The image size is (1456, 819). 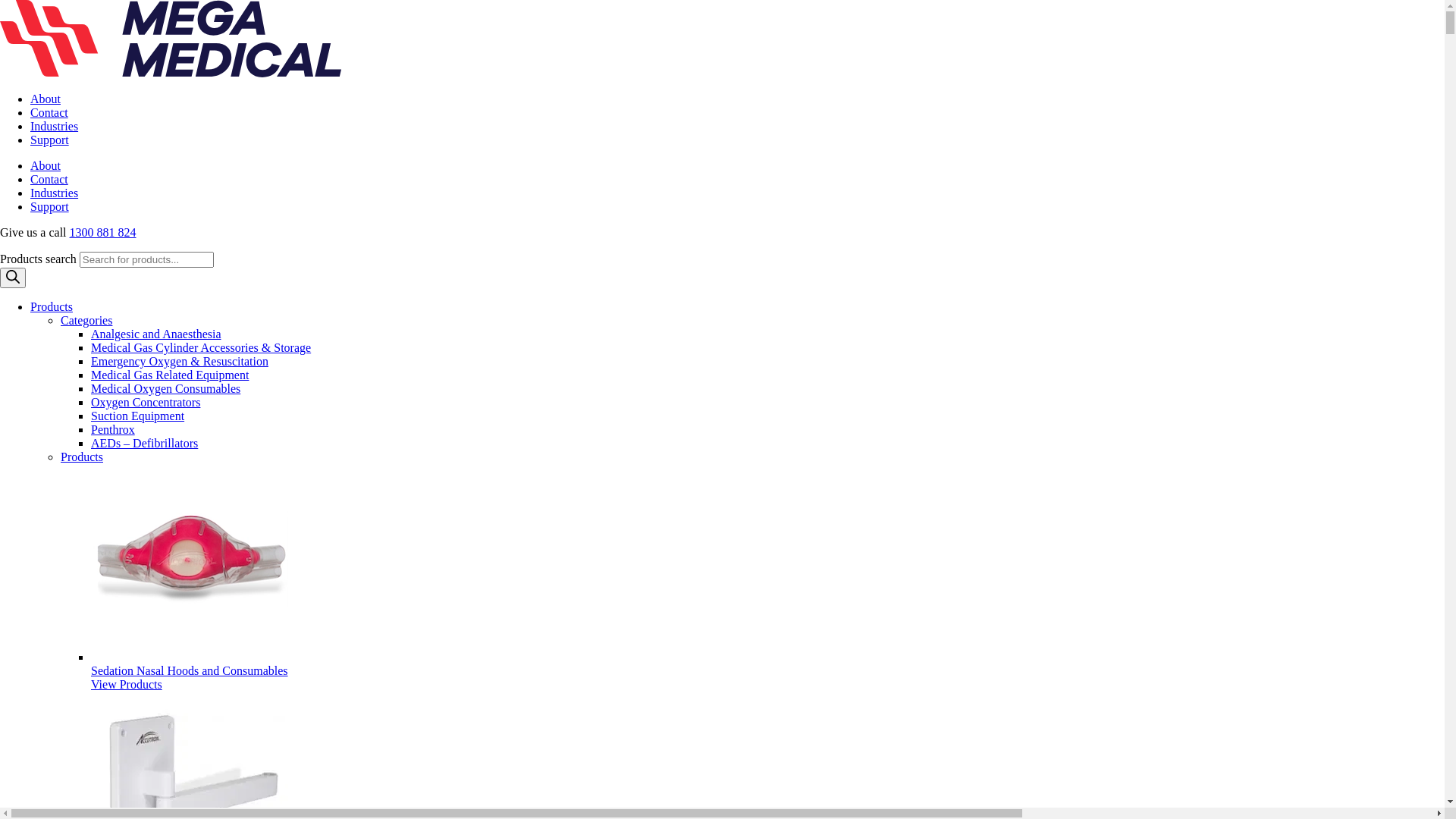 What do you see at coordinates (90, 401) in the screenshot?
I see `'Oxygen Concentrators'` at bounding box center [90, 401].